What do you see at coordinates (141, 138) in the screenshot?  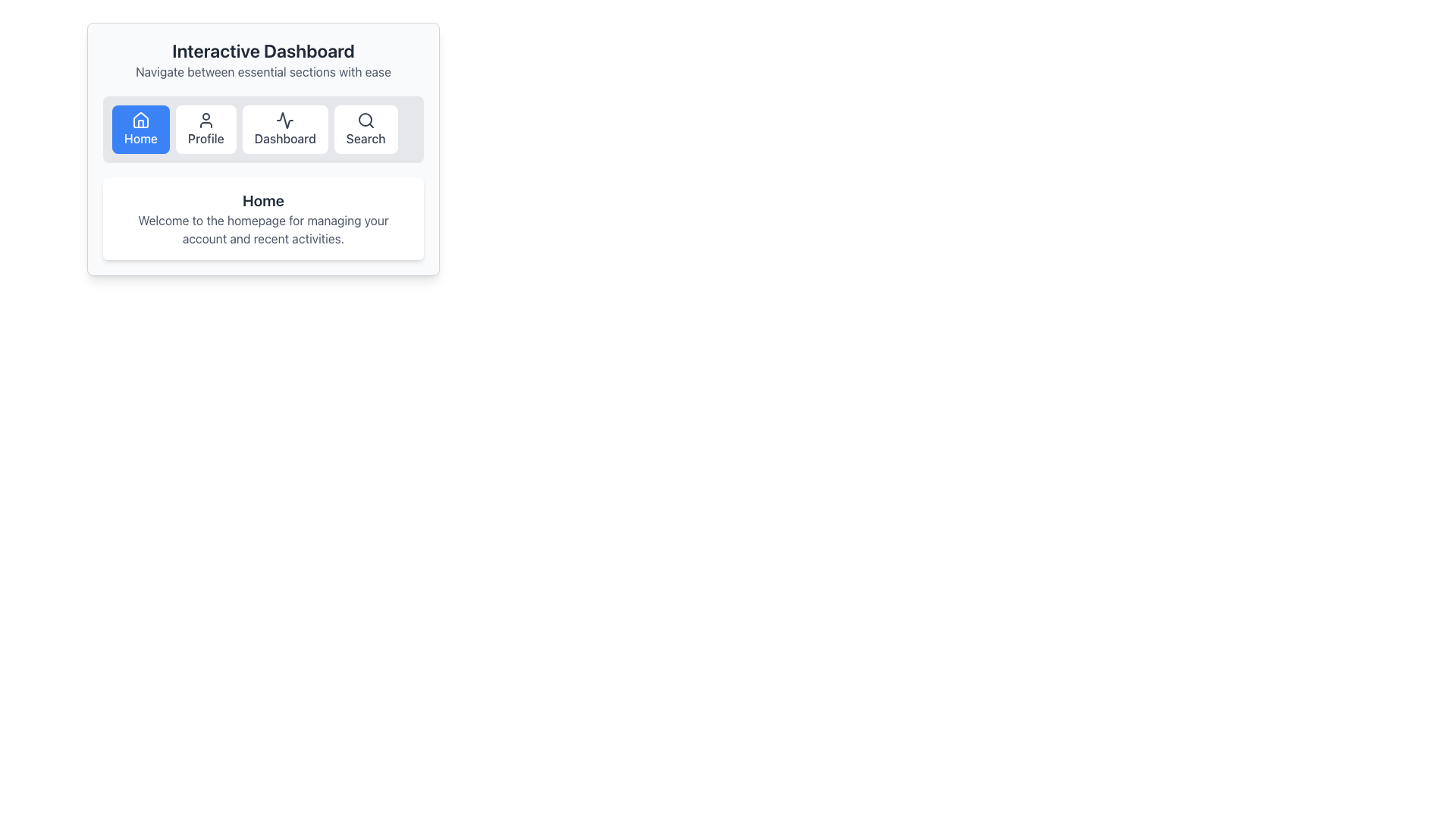 I see `text label that indicates the 'Home' section within the navigation button located at the top-left of the interface, directly below the house icon` at bounding box center [141, 138].